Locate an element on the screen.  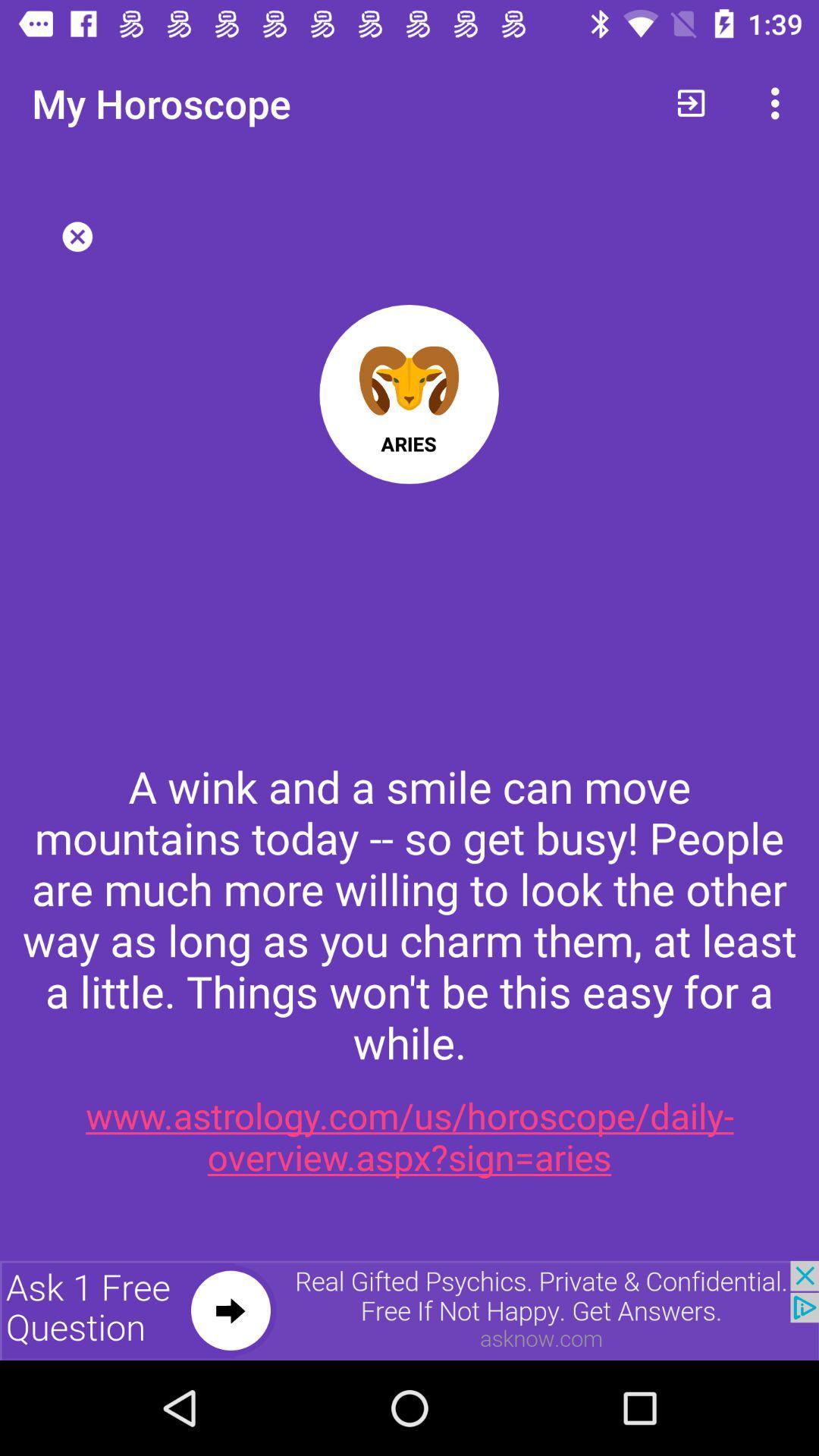
option is located at coordinates (77, 236).